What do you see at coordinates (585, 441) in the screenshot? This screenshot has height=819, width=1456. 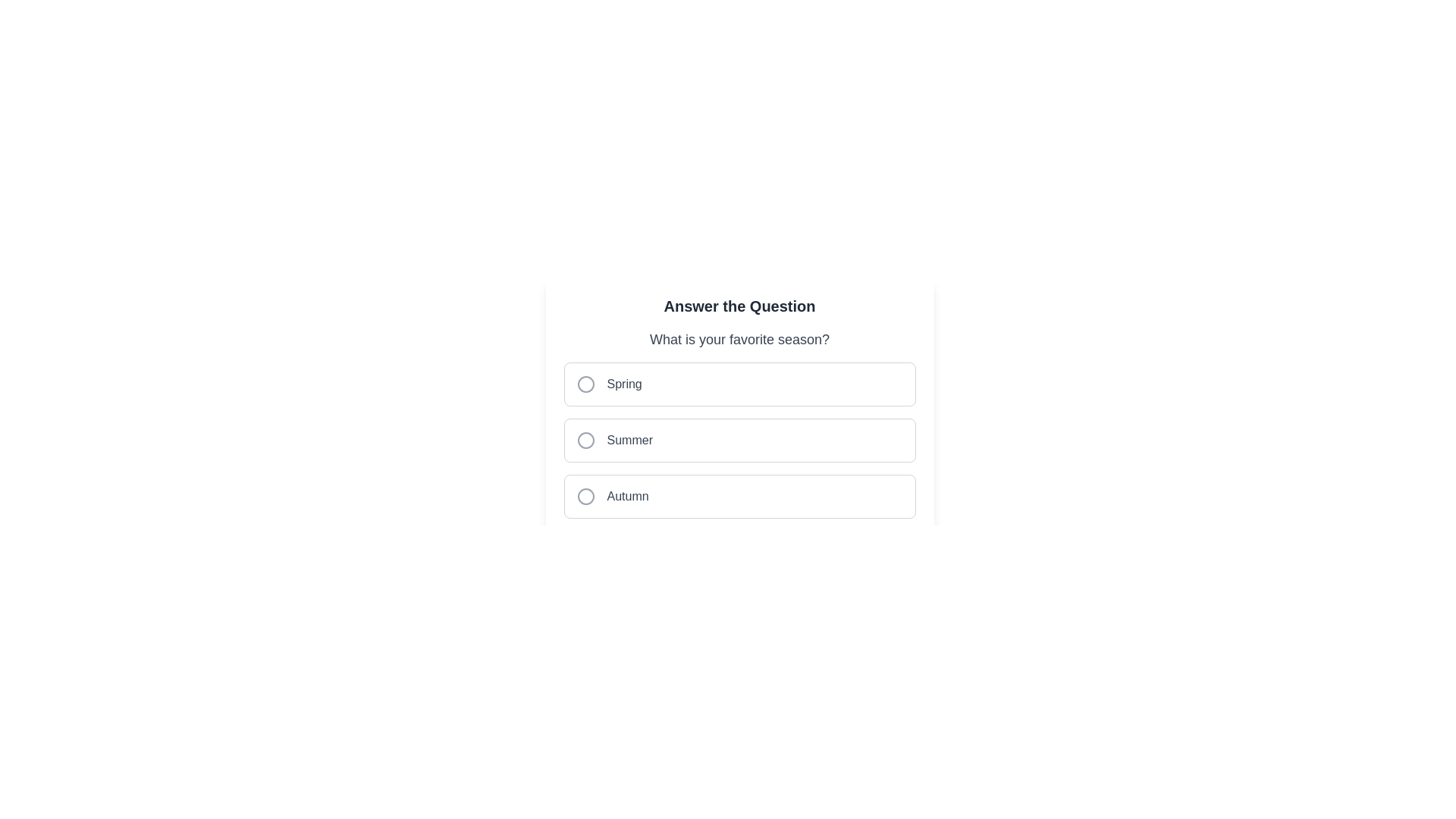 I see `the radio button for the 'Summer' option` at bounding box center [585, 441].